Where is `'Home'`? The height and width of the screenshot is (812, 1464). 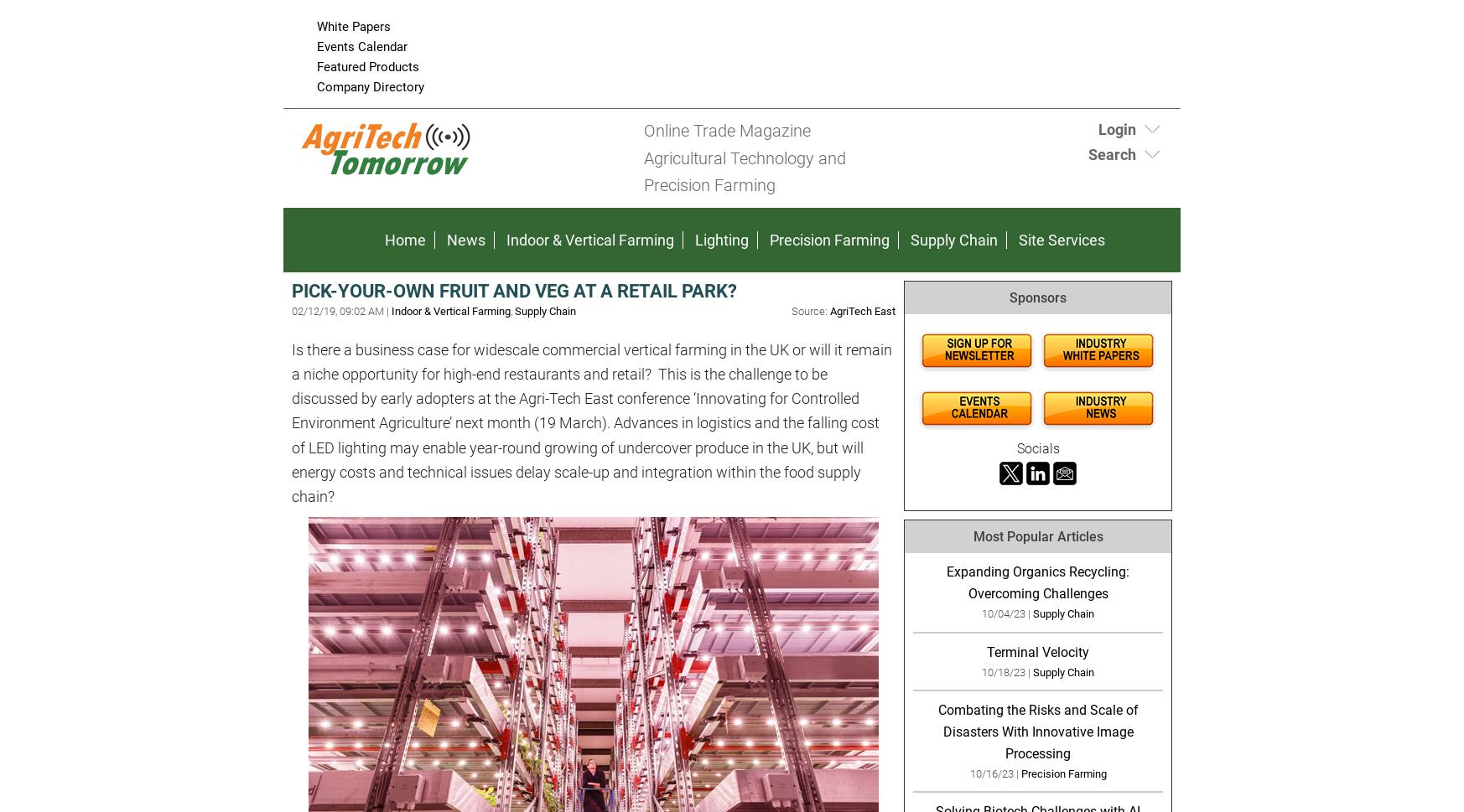
'Home' is located at coordinates (404, 239).